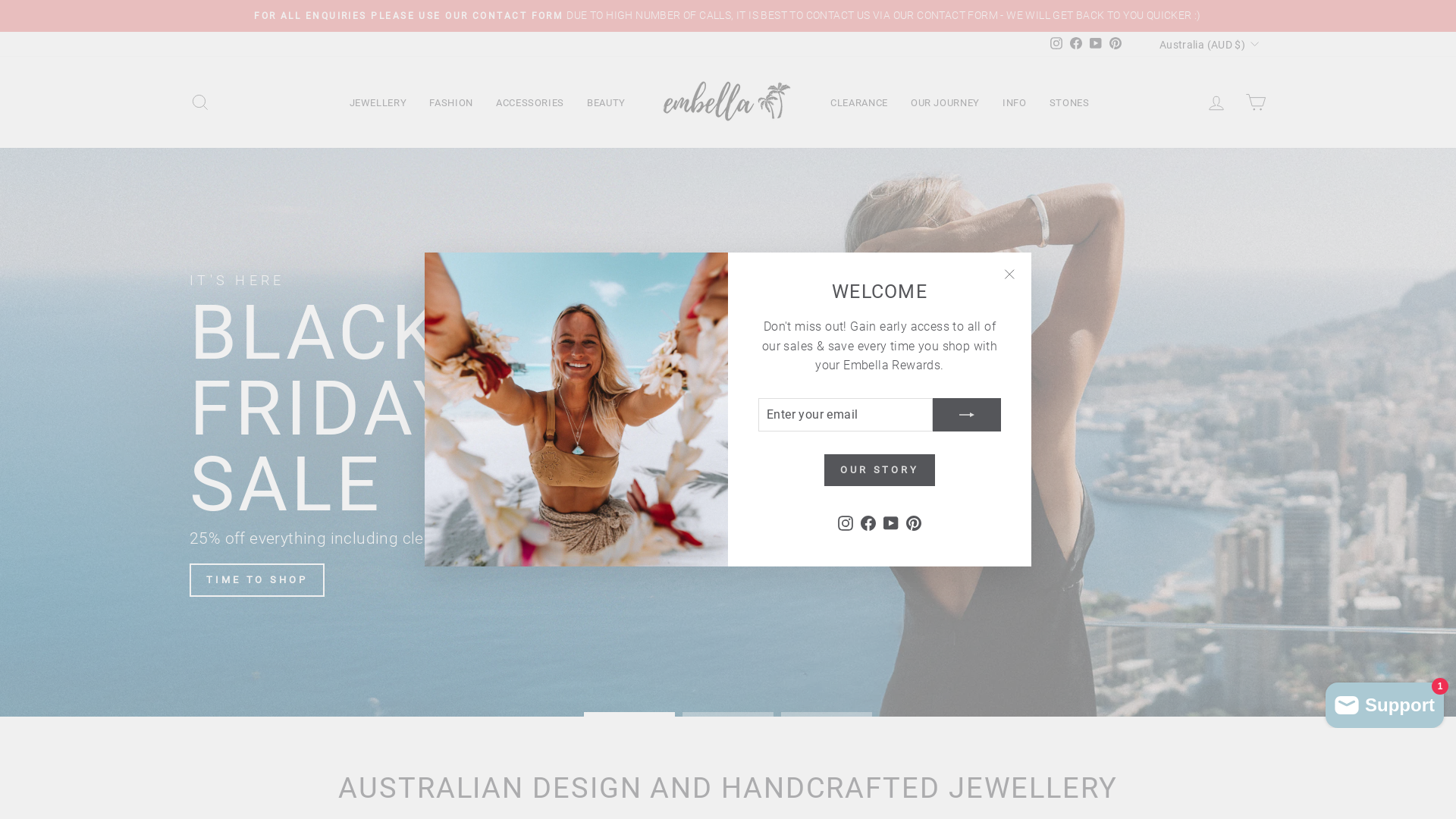 The height and width of the screenshot is (819, 1456). Describe the element at coordinates (450, 102) in the screenshot. I see `'FASHION'` at that location.